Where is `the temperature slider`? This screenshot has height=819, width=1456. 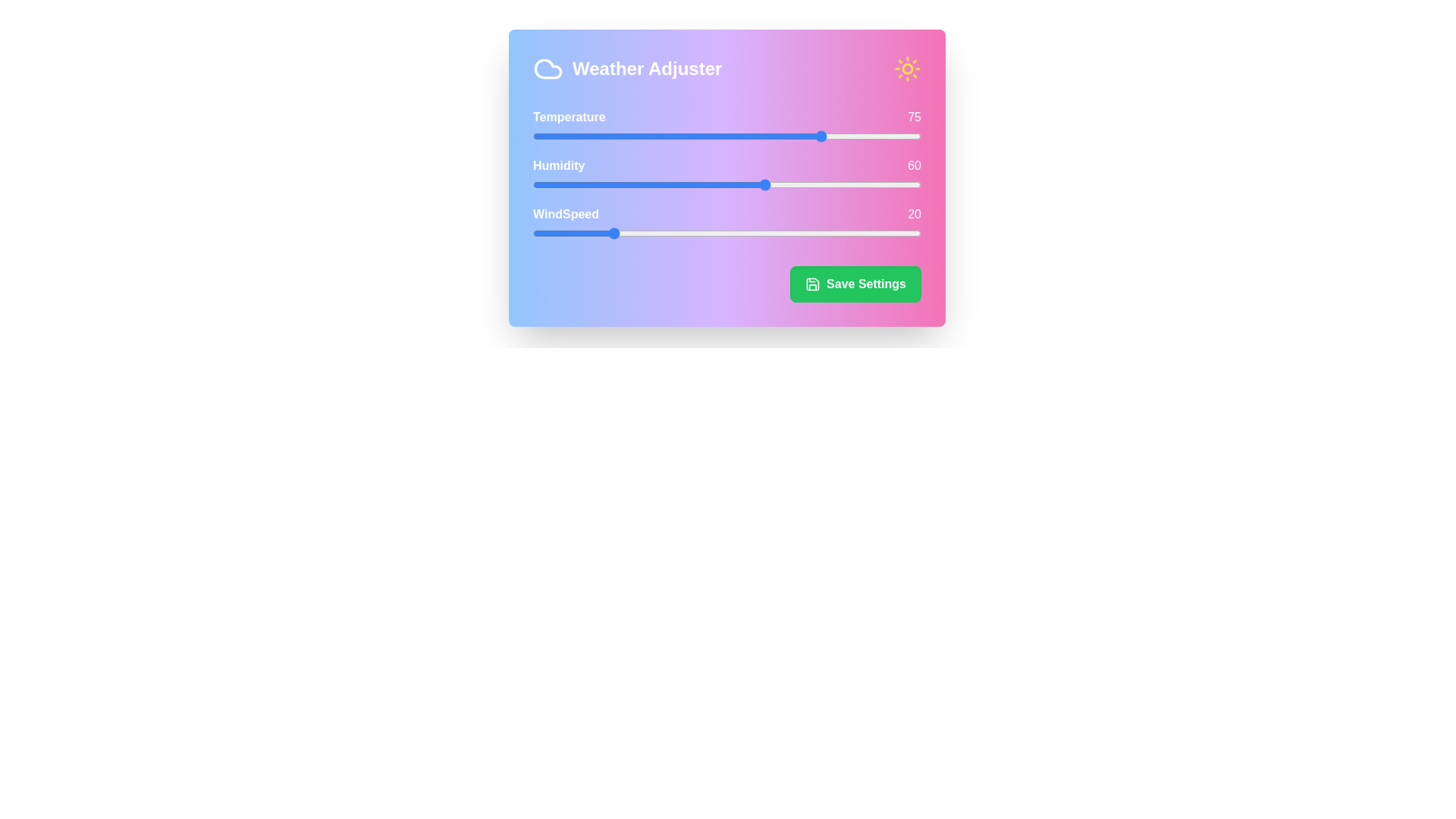
the temperature slider is located at coordinates (831, 136).